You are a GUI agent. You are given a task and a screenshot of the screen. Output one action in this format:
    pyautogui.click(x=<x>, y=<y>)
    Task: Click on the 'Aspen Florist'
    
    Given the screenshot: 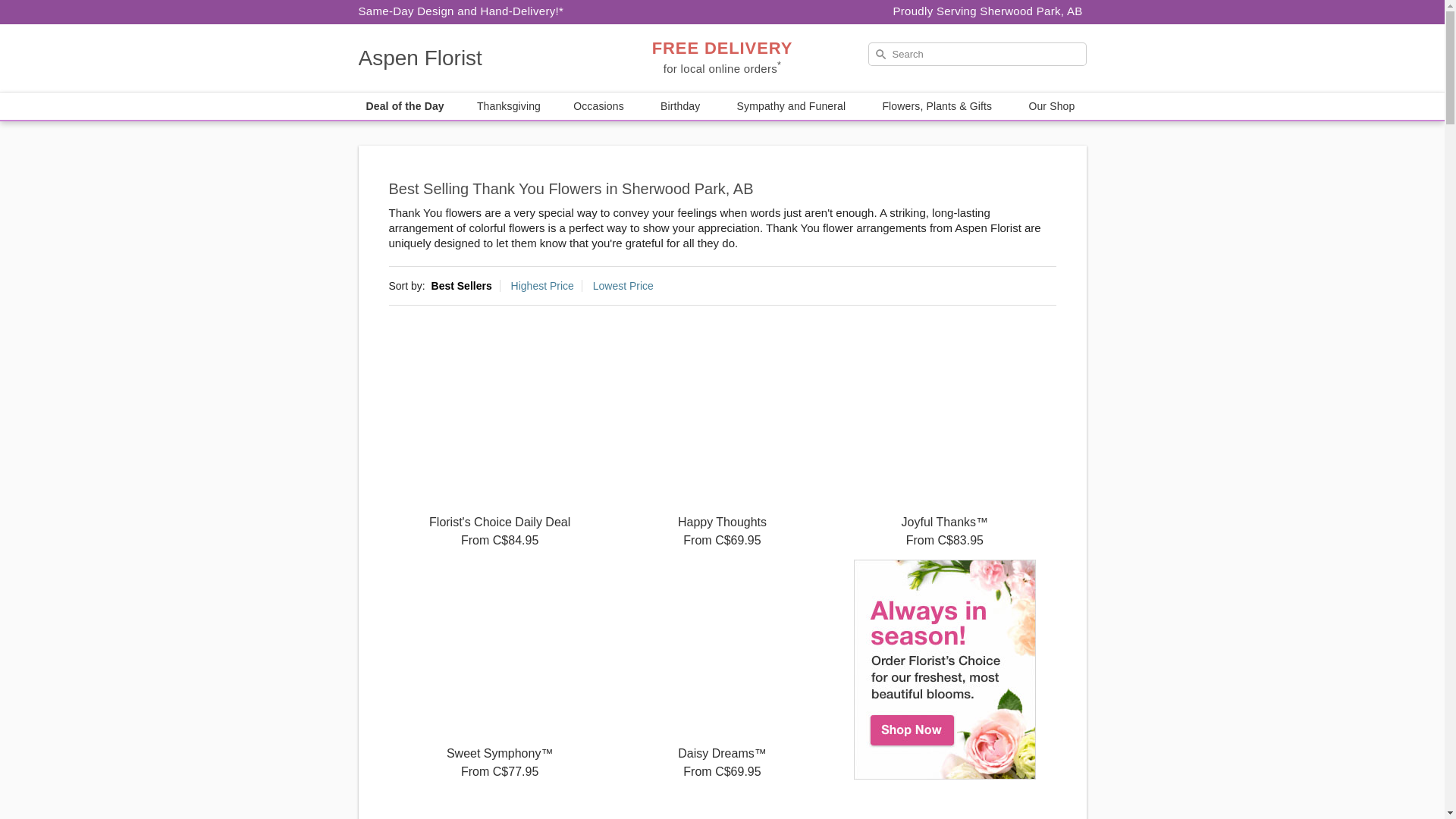 What is the action you would take?
    pyautogui.click(x=466, y=58)
    